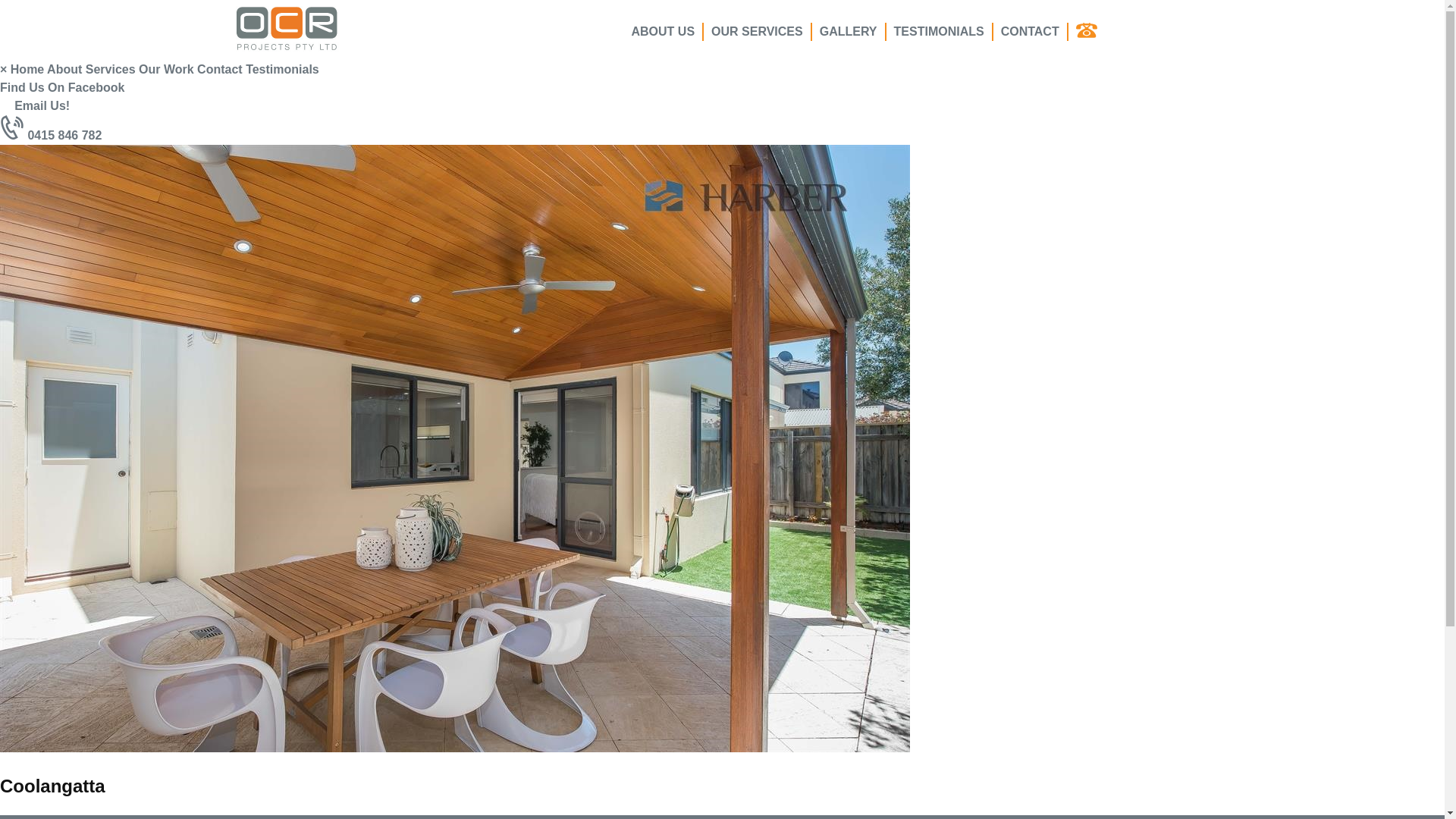 The width and height of the screenshot is (1456, 819). Describe the element at coordinates (61, 87) in the screenshot. I see `'Find Us On Facebook'` at that location.